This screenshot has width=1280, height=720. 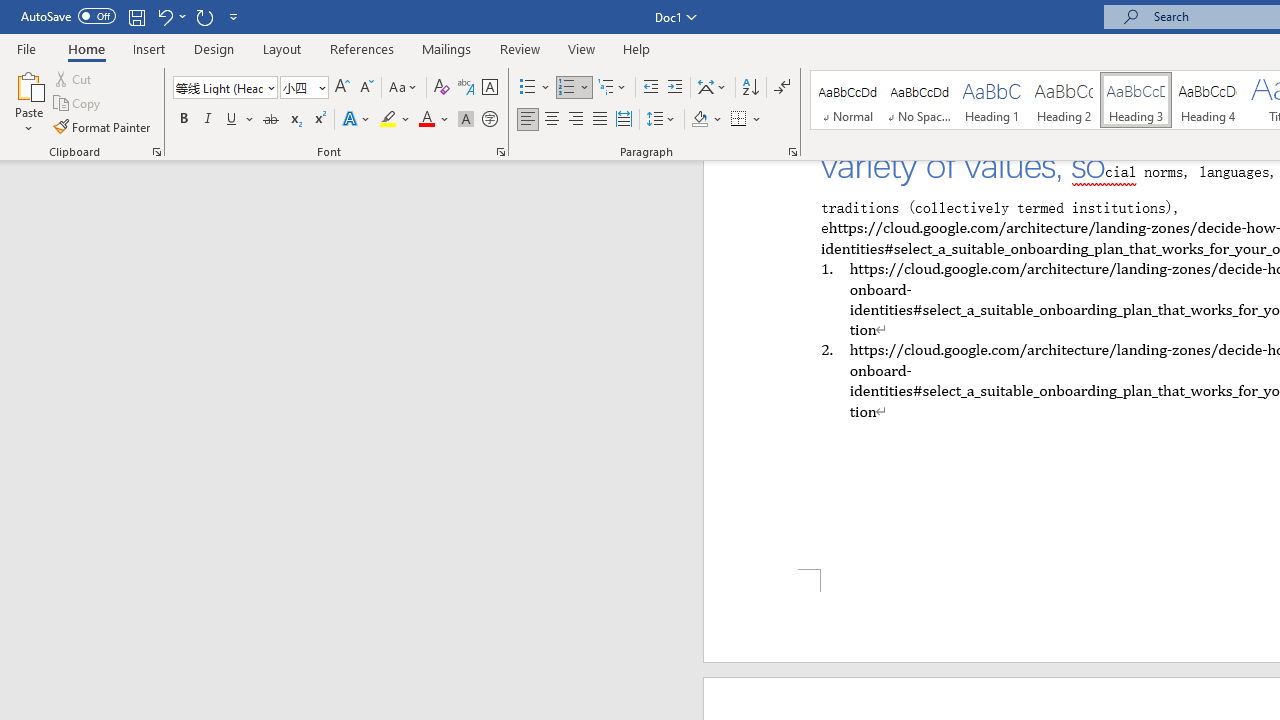 What do you see at coordinates (781, 86) in the screenshot?
I see `'Show/Hide Editing Marks'` at bounding box center [781, 86].